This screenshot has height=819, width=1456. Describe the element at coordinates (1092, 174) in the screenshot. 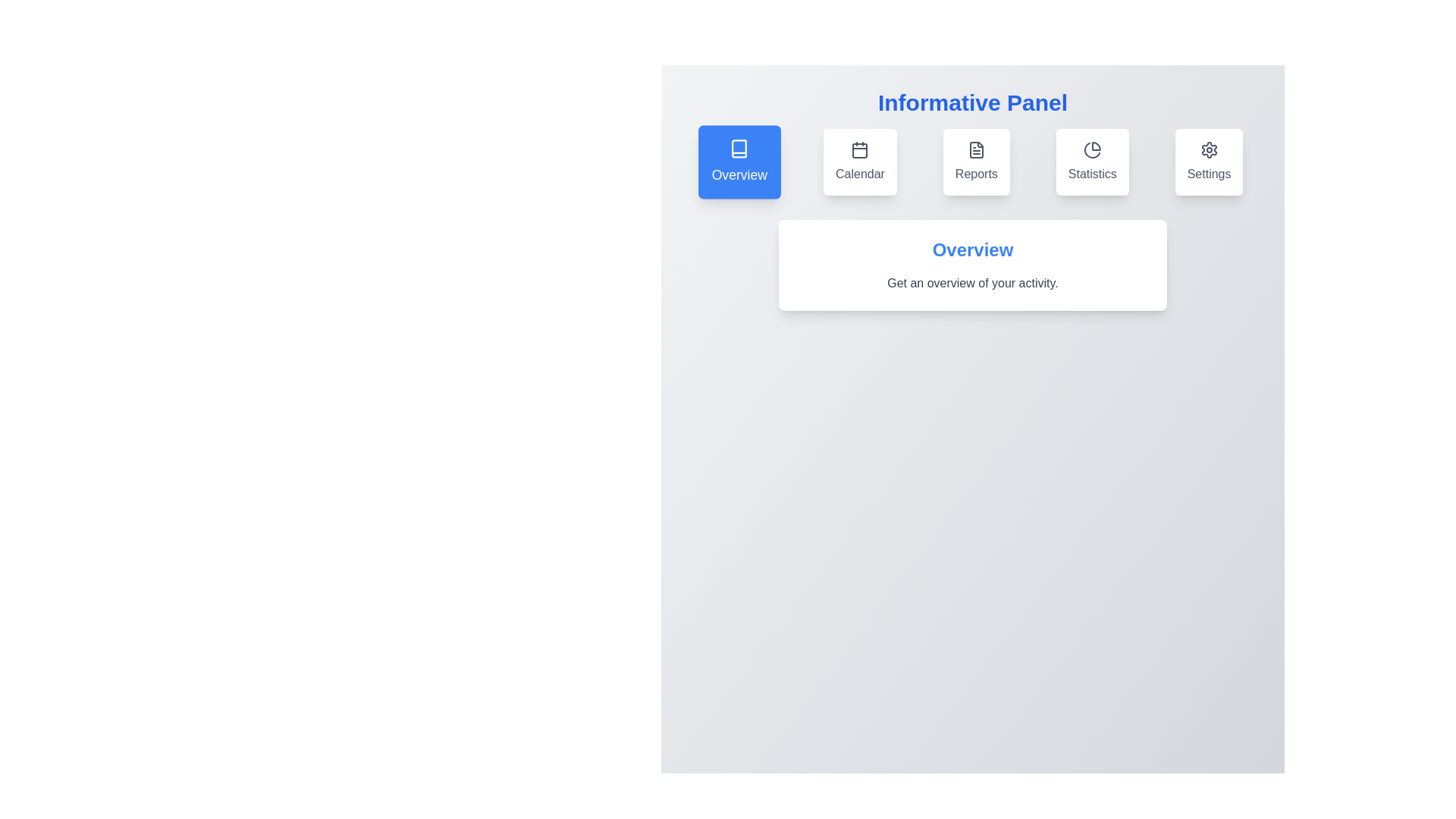

I see `the 'Statistics' text label, which is located below the pie chart icon in the third box from the left in the upper section of the interface` at that location.